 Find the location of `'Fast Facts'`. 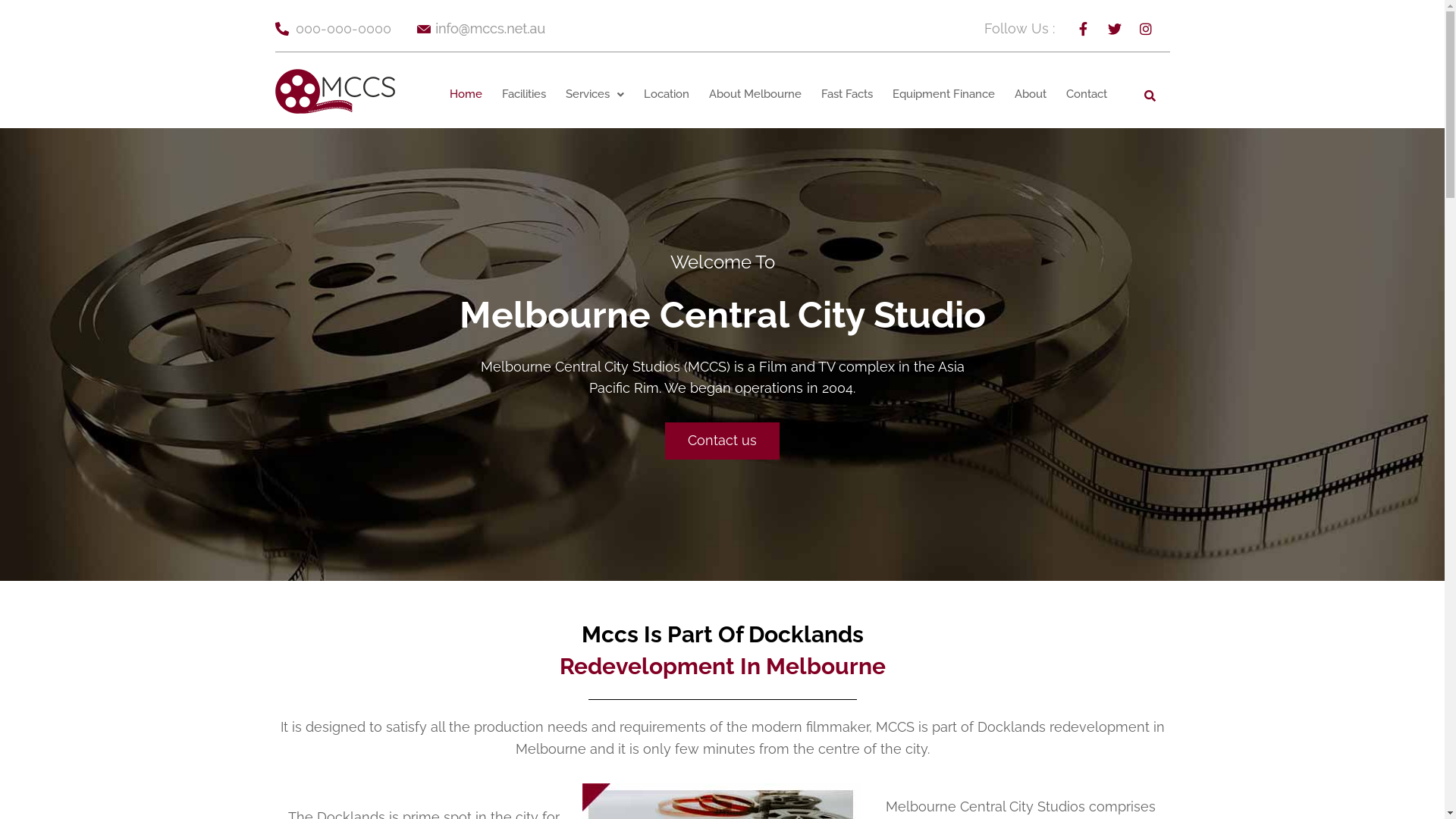

'Fast Facts' is located at coordinates (846, 94).